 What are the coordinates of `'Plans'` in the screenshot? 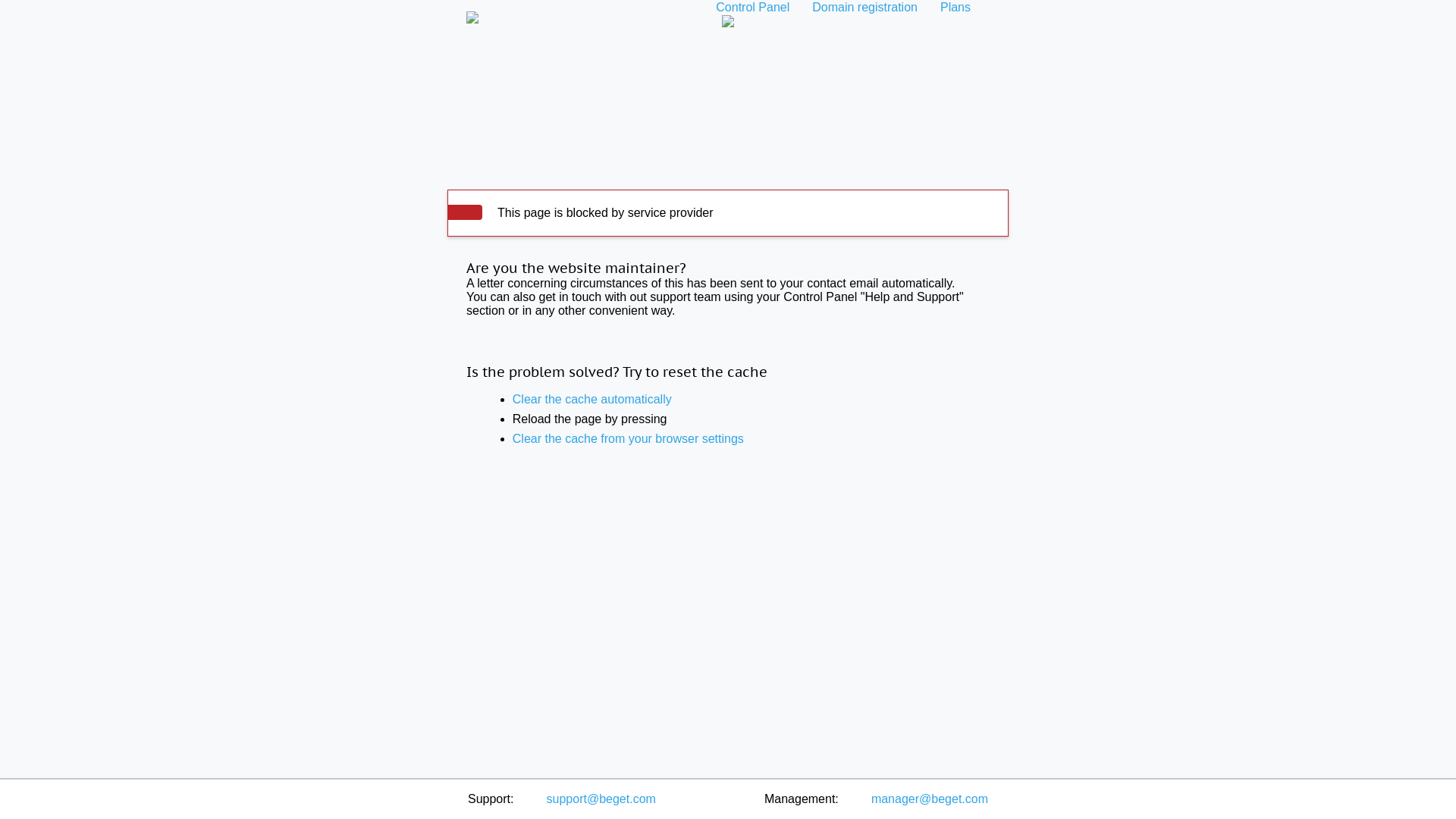 It's located at (927, 7).